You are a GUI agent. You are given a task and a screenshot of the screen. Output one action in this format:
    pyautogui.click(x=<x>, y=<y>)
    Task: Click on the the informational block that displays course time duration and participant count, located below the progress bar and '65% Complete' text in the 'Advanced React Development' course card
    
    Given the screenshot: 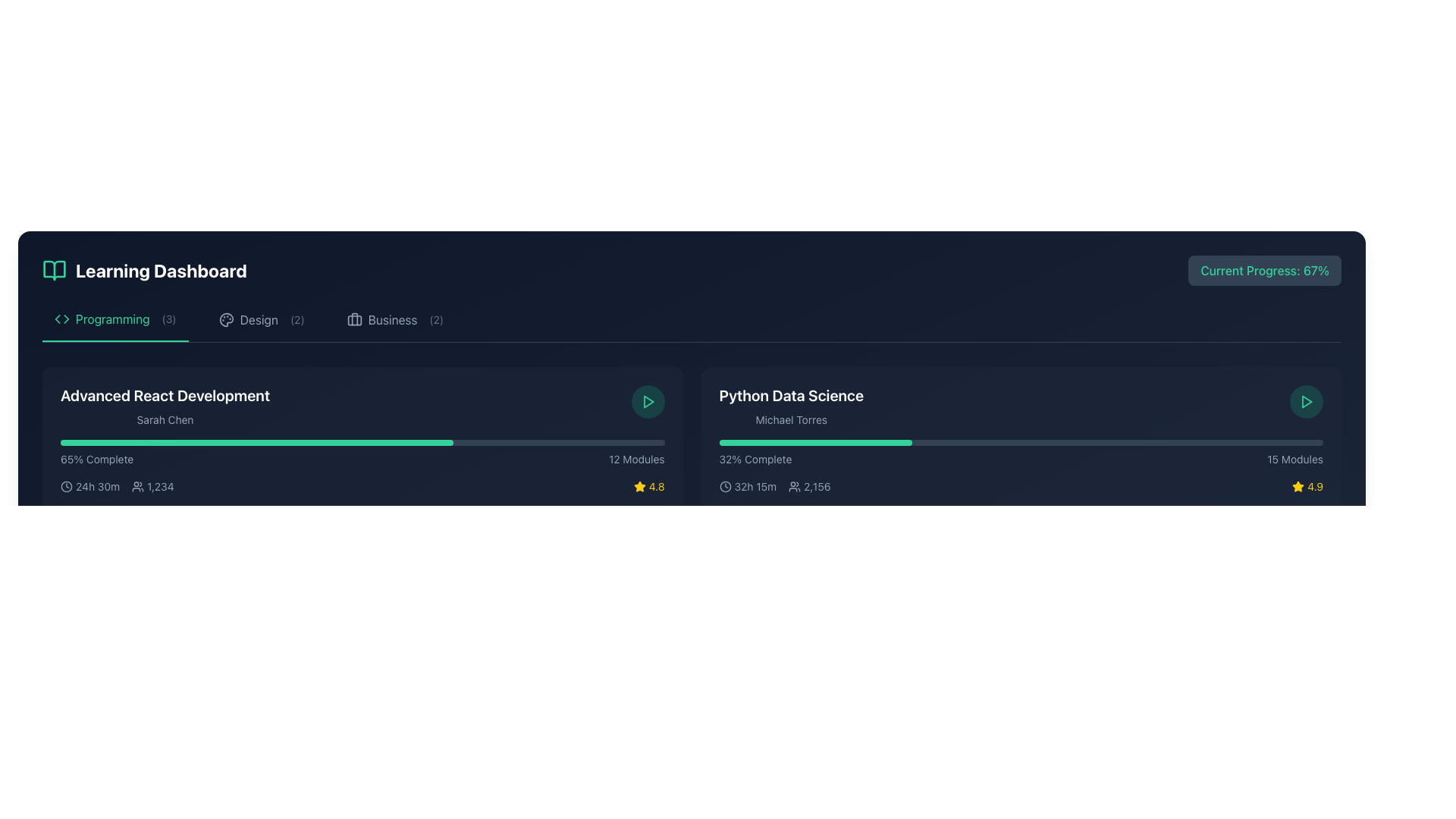 What is the action you would take?
    pyautogui.click(x=116, y=486)
    